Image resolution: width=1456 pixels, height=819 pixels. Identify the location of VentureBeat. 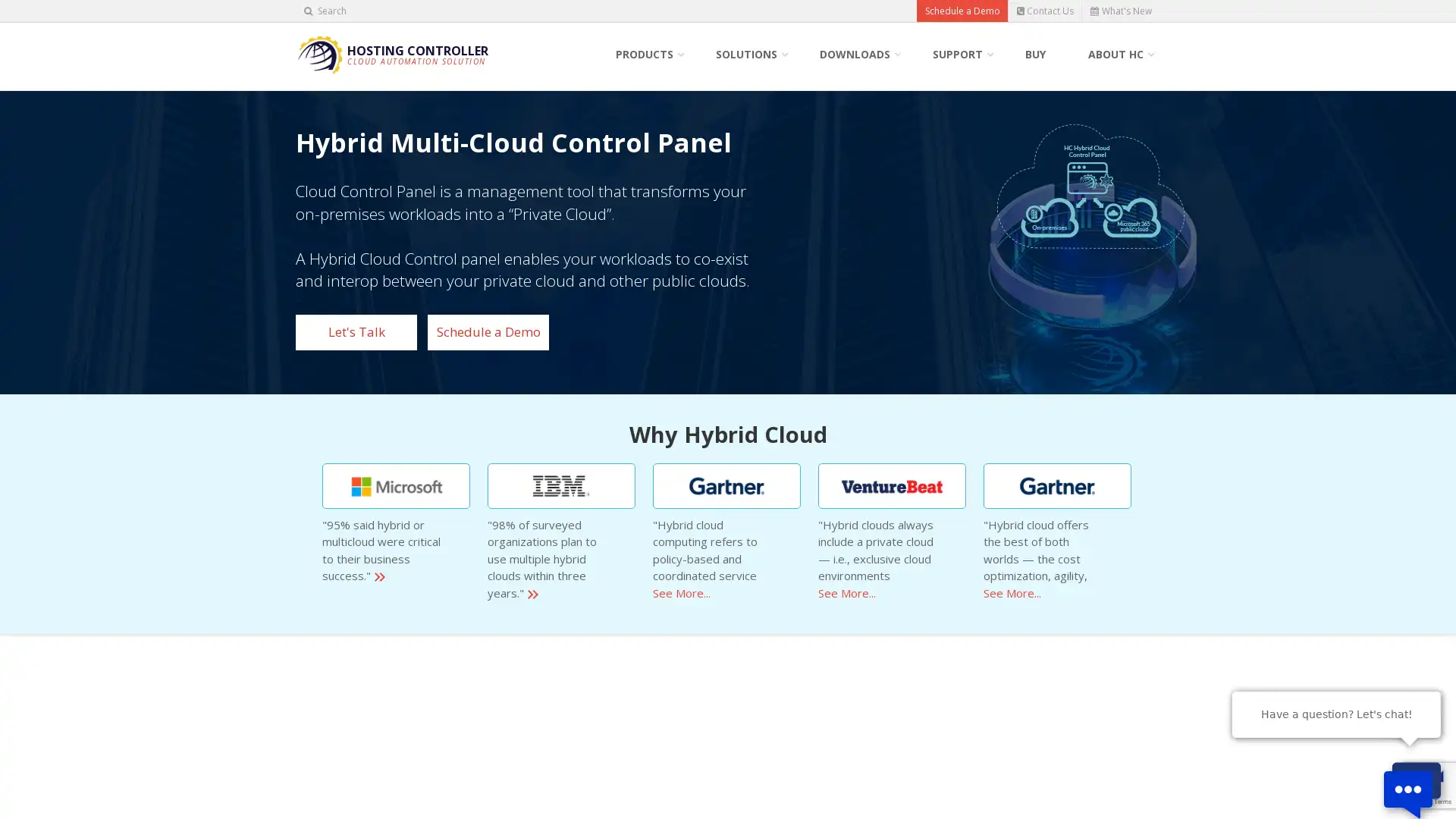
(892, 485).